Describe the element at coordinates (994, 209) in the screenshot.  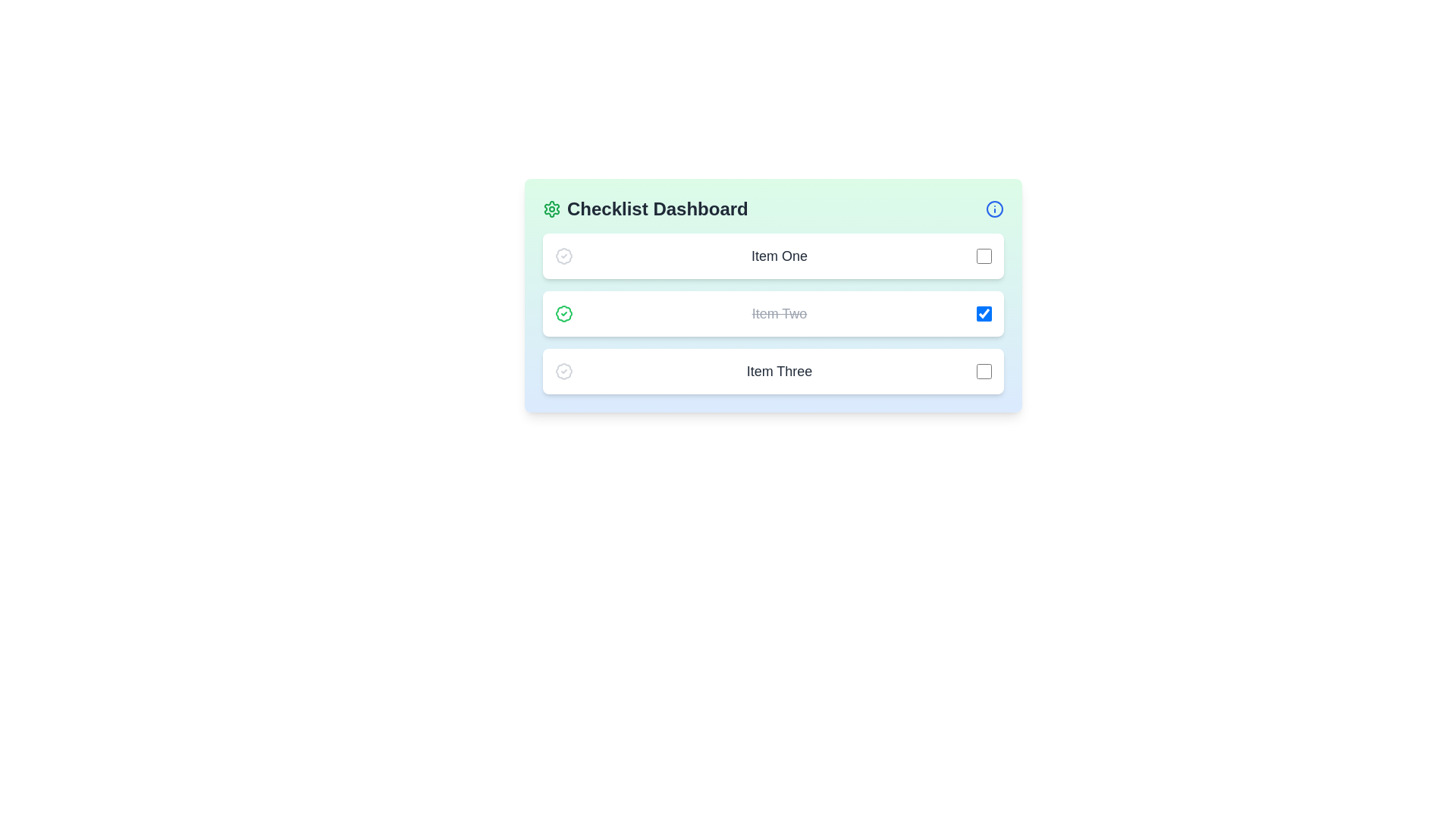
I see `the circular blue information icon located on the rightmost side of the header bar of the Checklist Dashboard` at that location.